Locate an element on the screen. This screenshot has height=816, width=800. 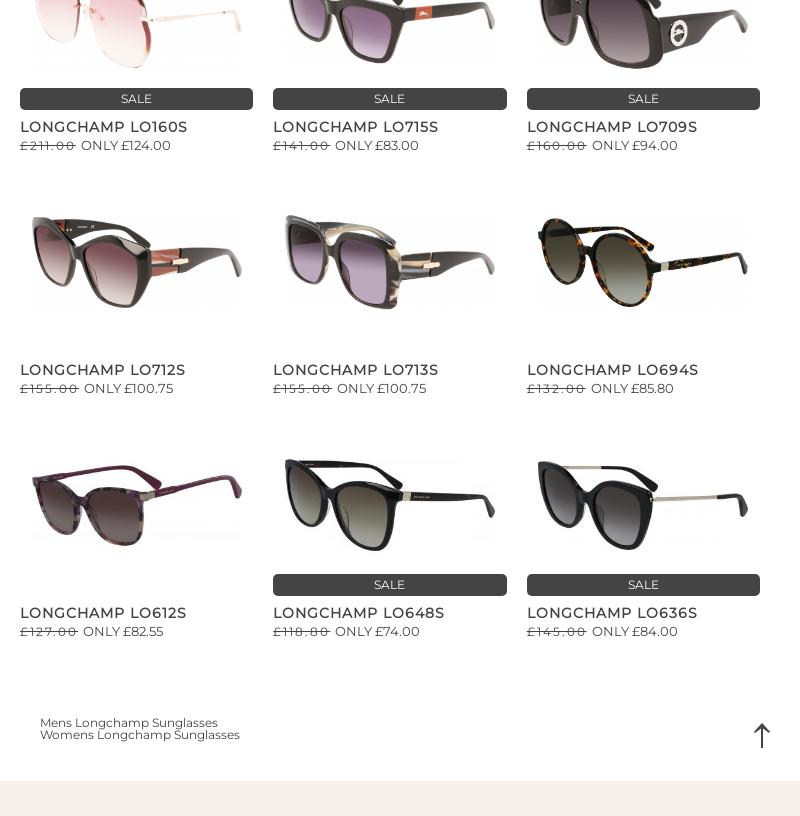
'Only £124.00' is located at coordinates (125, 144).